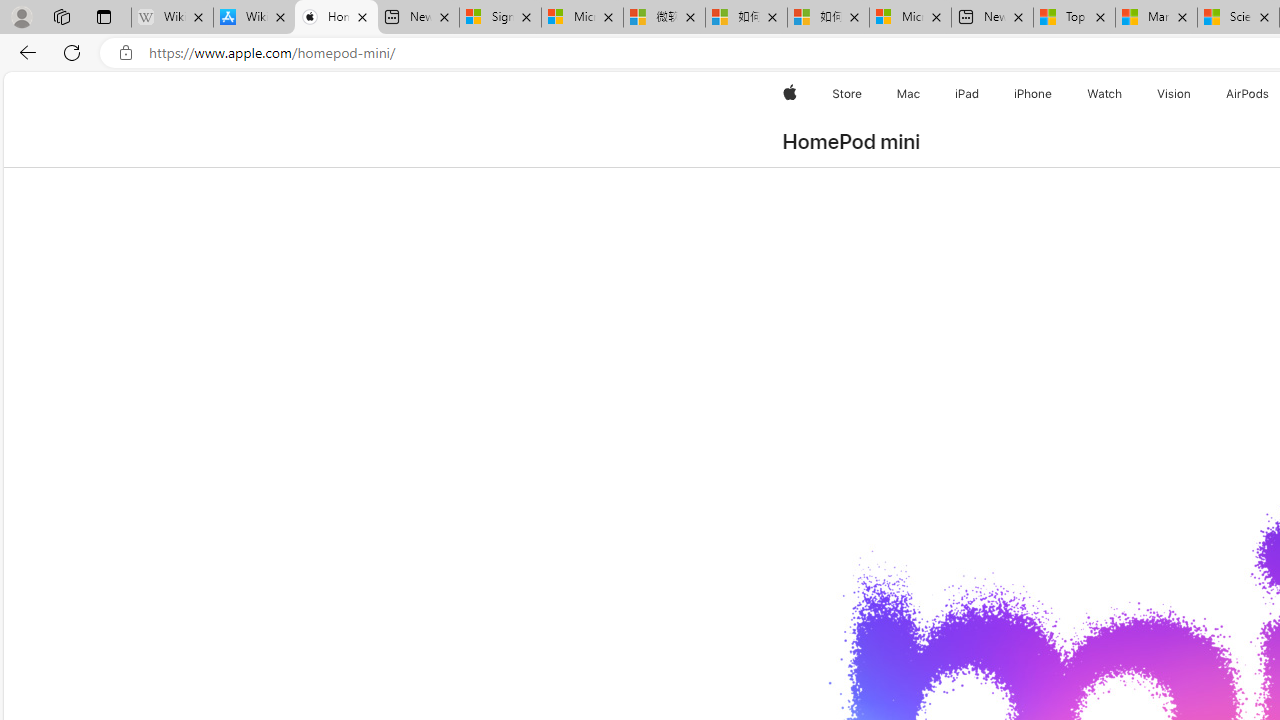 Image resolution: width=1280 pixels, height=720 pixels. Describe the element at coordinates (336, 17) in the screenshot. I see `'HomePod mini - Apple'` at that location.